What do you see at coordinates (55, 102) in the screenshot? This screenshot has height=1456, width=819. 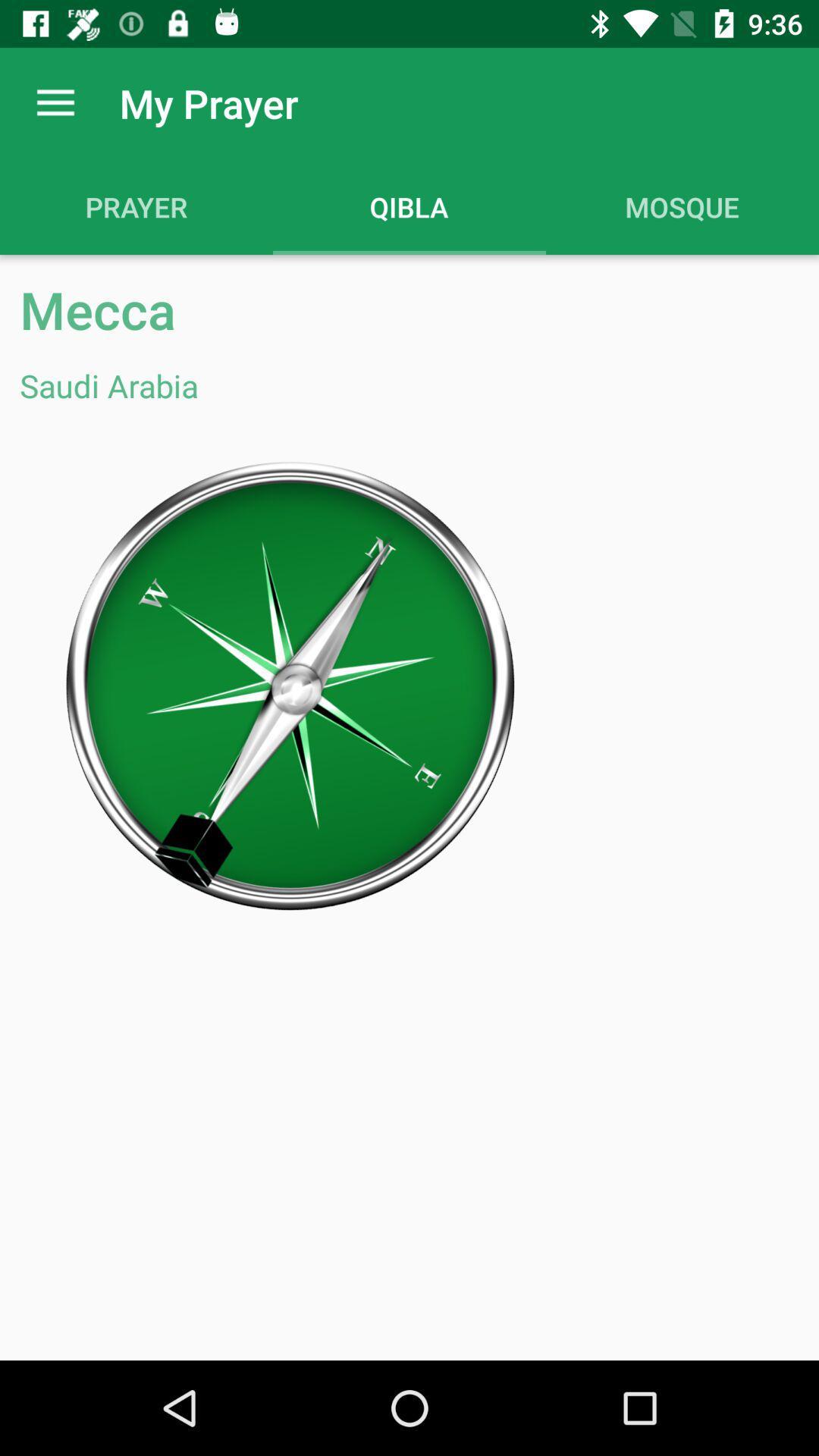 I see `app to the left of my prayer app` at bounding box center [55, 102].